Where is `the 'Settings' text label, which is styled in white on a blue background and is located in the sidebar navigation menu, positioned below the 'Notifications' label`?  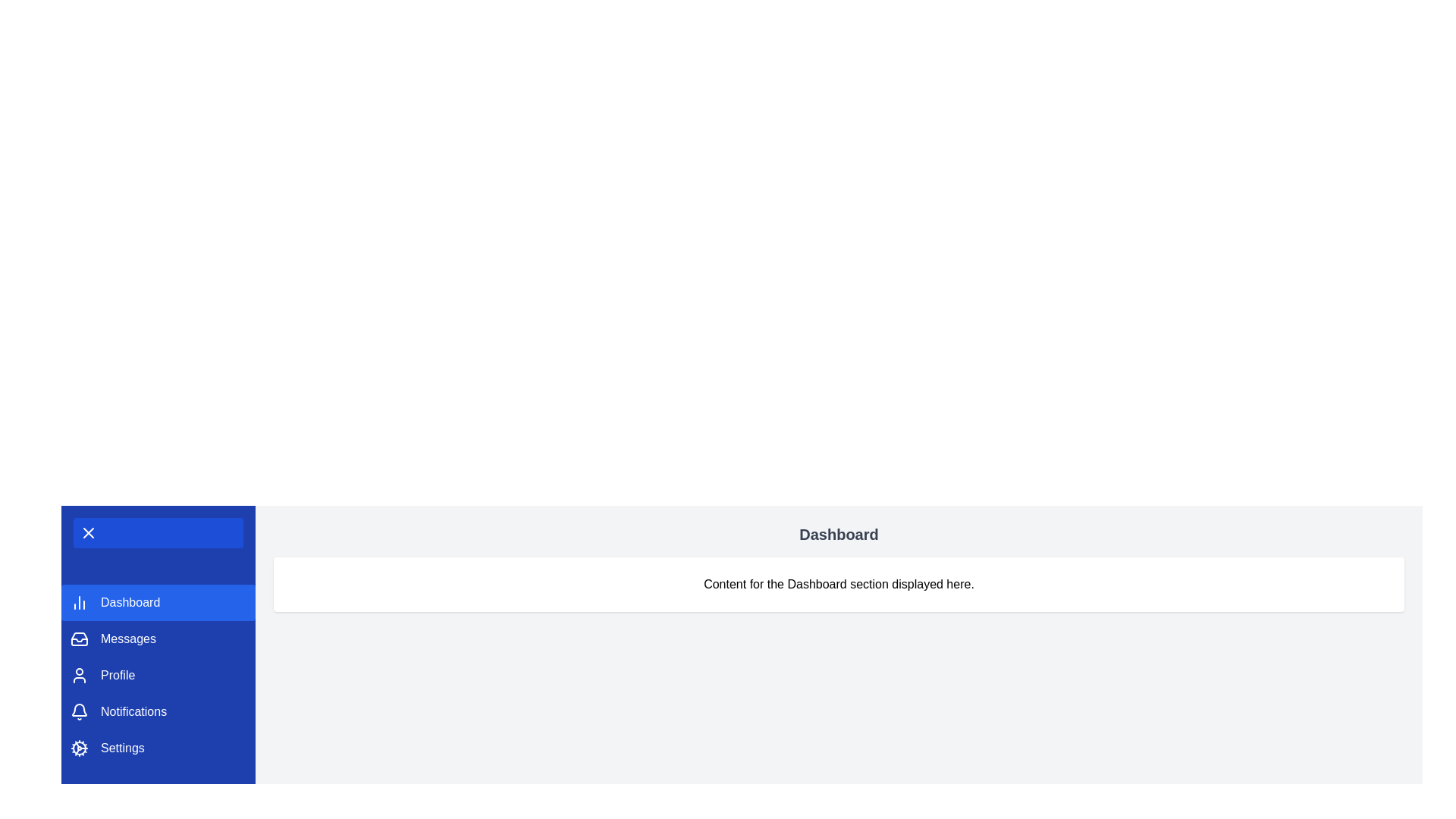
the 'Settings' text label, which is styled in white on a blue background and is located in the sidebar navigation menu, positioned below the 'Notifications' label is located at coordinates (122, 748).